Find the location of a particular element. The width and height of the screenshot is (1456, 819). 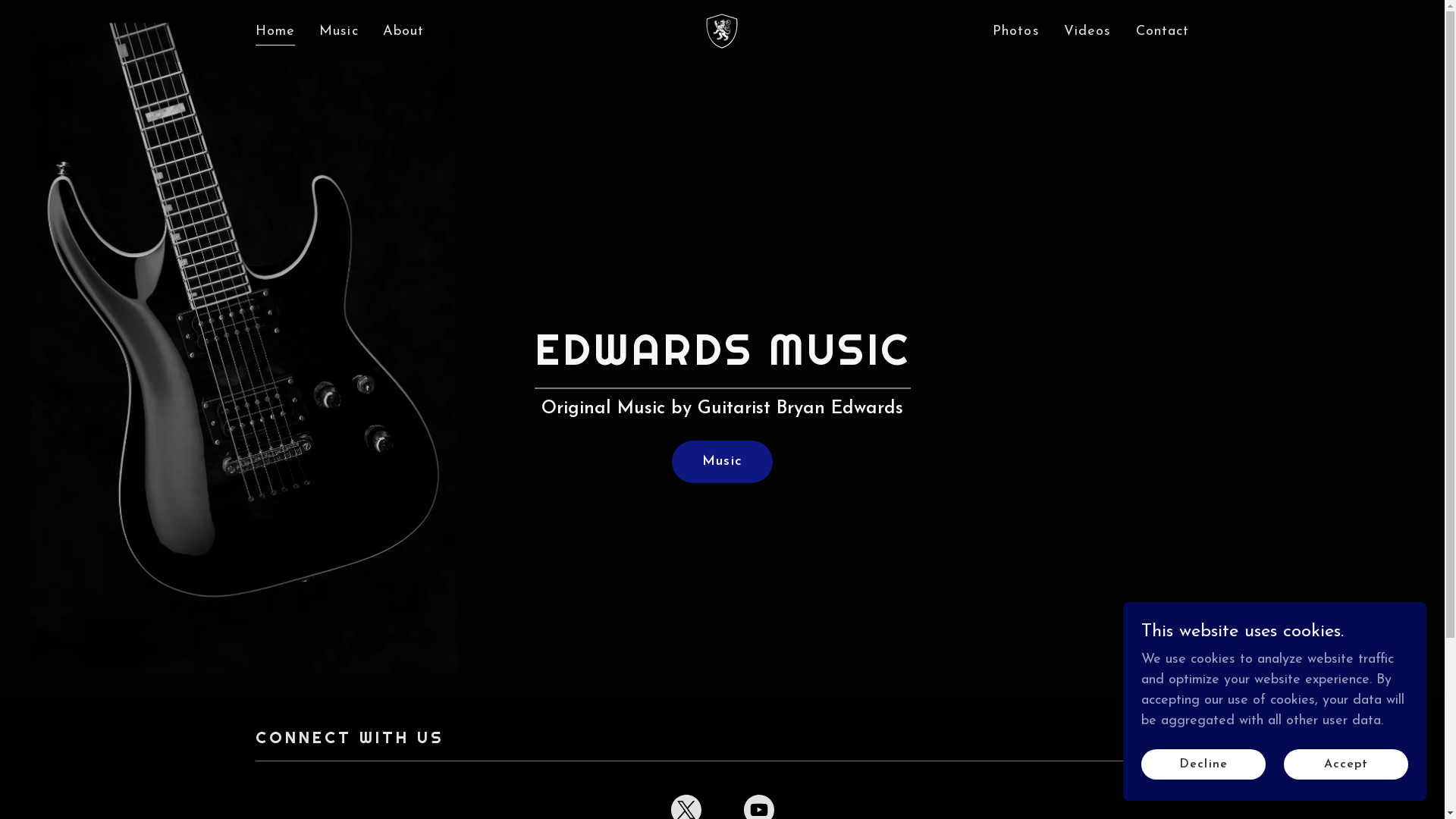

'Home' is located at coordinates (275, 33).